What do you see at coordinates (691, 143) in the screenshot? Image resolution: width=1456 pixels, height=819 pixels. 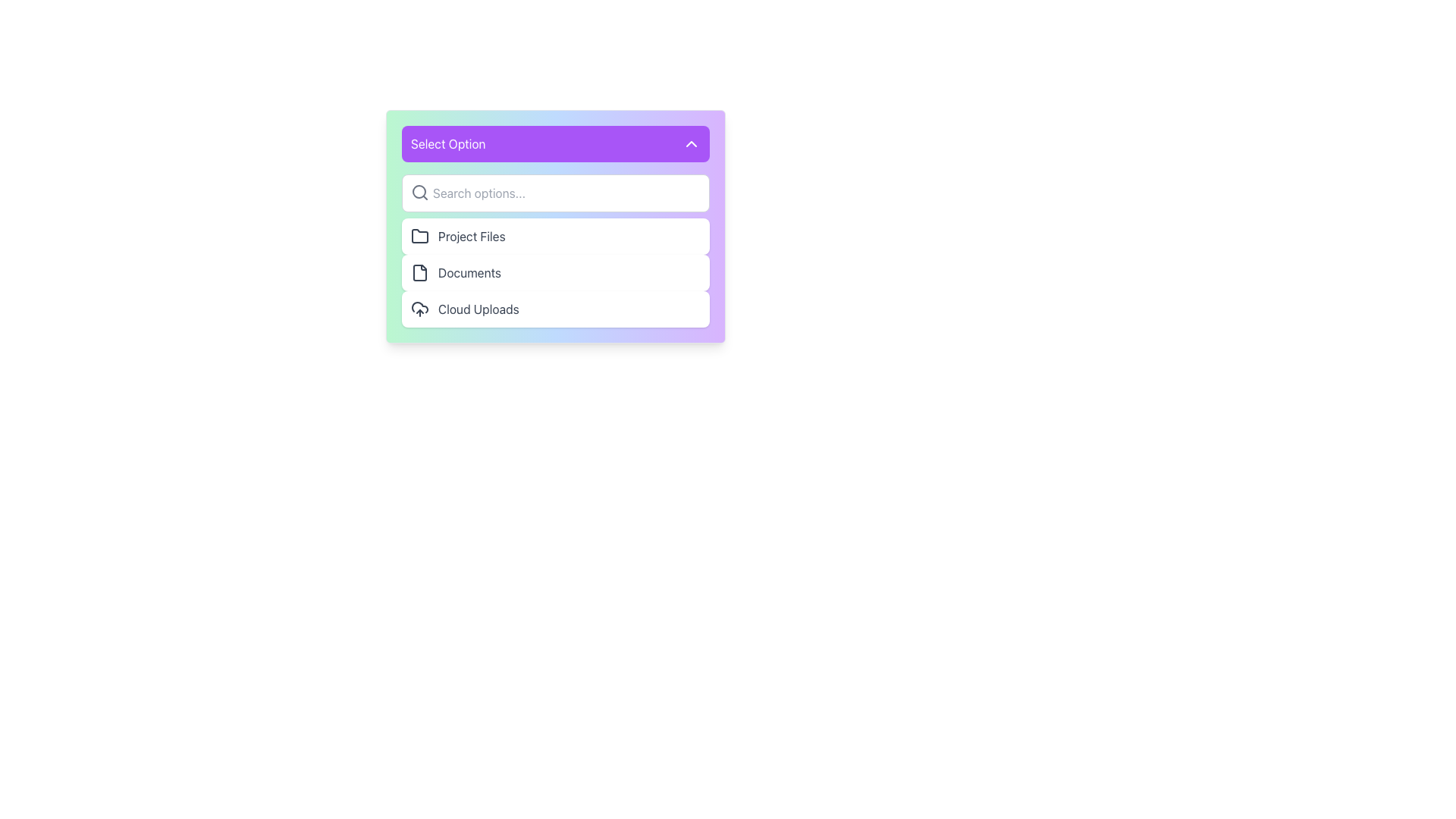 I see `the small triangular chevron-up icon located in the top-right corner of the purple header section labeled 'Select Option'` at bounding box center [691, 143].